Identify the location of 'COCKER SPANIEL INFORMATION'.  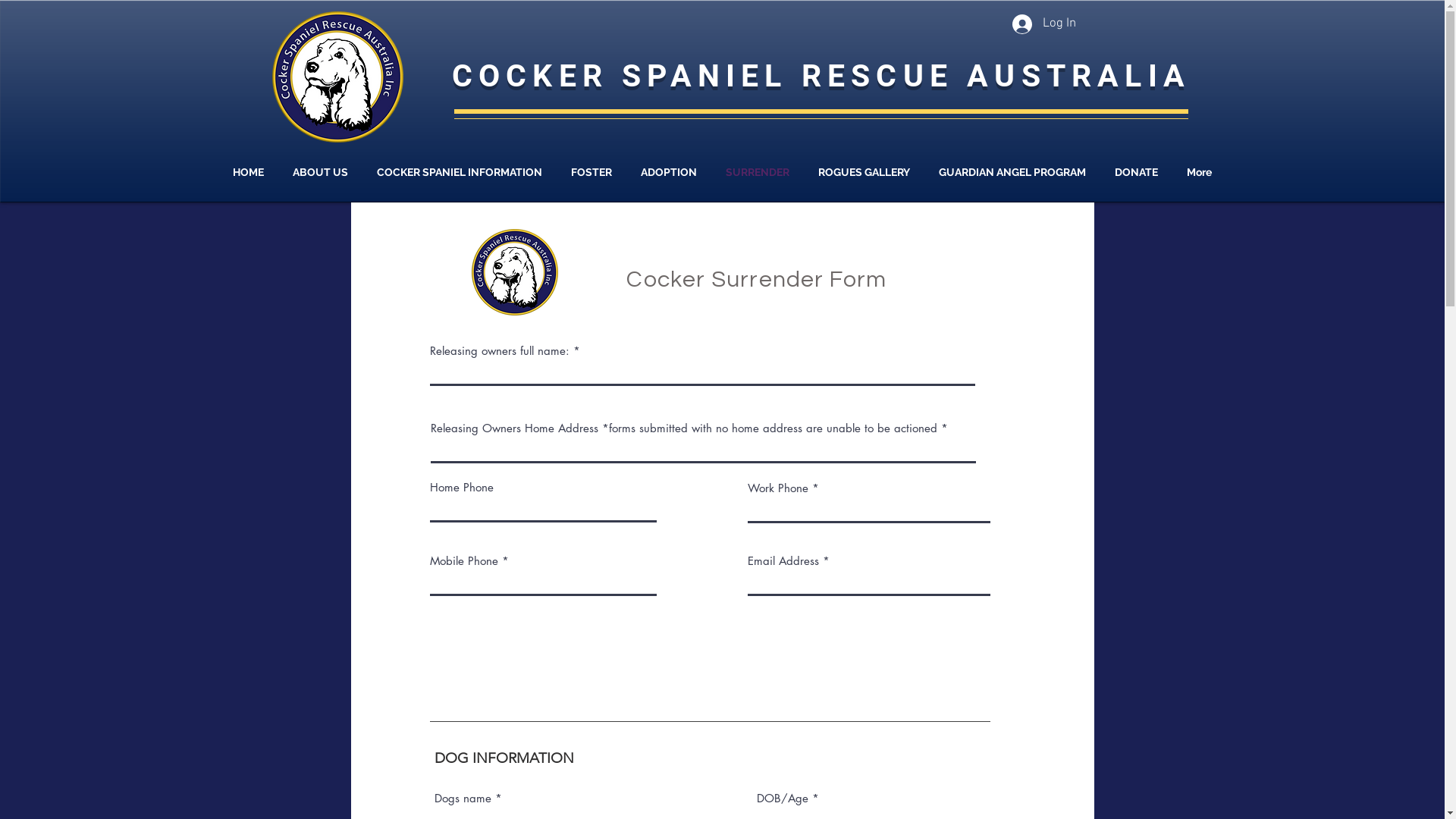
(458, 171).